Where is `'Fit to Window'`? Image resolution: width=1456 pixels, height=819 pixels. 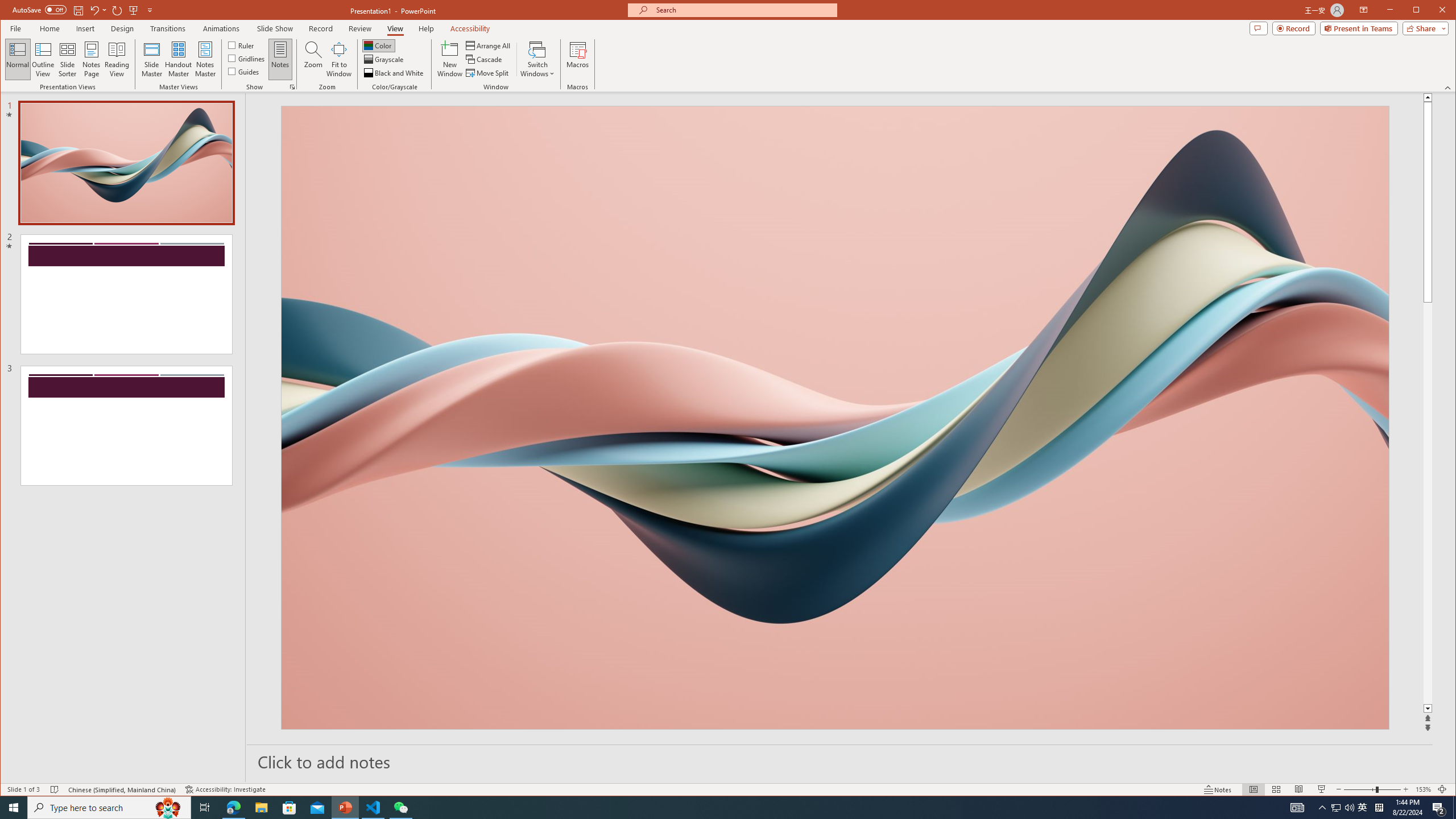
'Fit to Window' is located at coordinates (338, 59).